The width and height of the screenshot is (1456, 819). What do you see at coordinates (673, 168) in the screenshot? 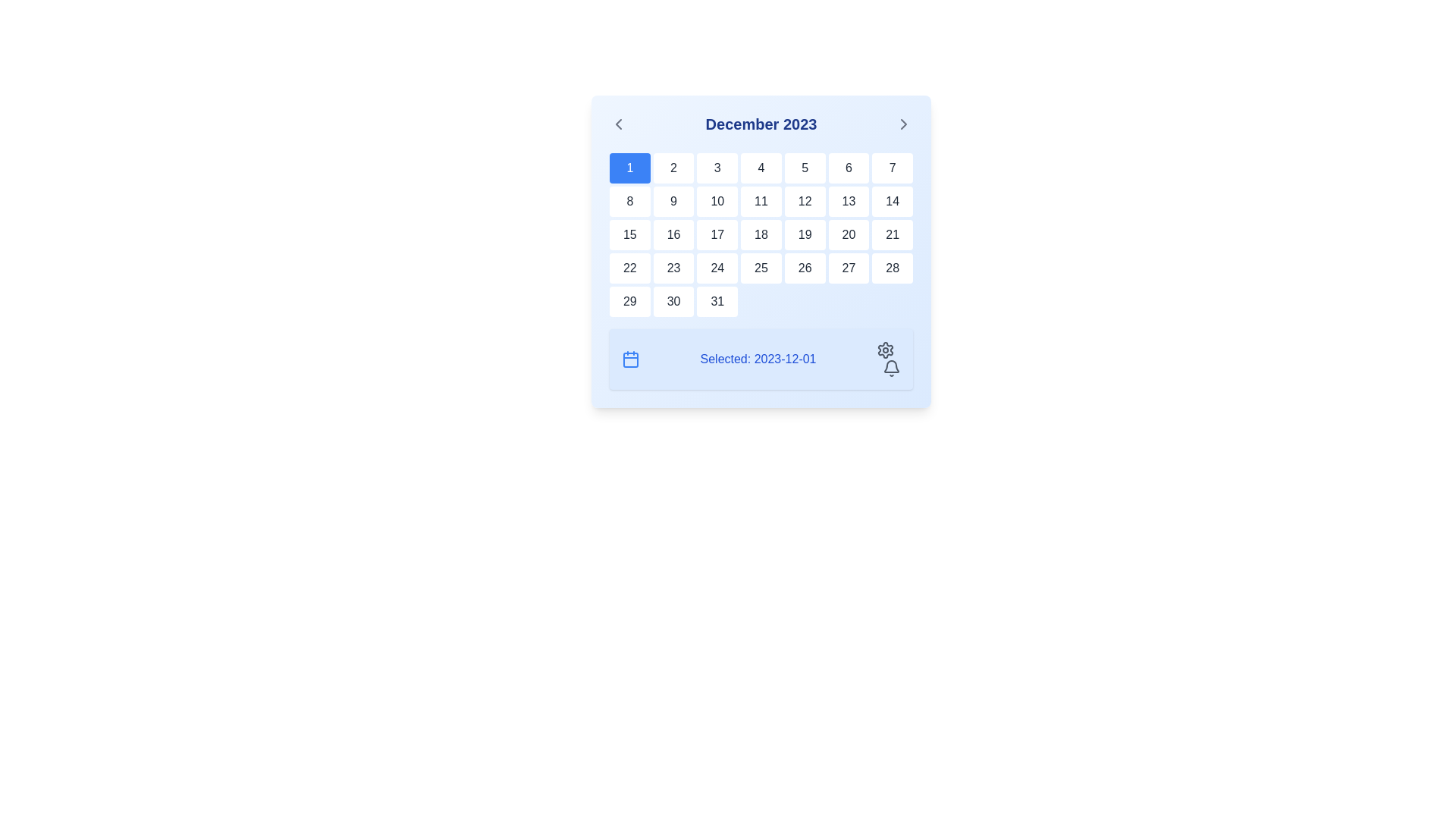
I see `the square-shaped white button with the number '2' in dark gray, located in the second column of the first row of the calendar grid` at bounding box center [673, 168].